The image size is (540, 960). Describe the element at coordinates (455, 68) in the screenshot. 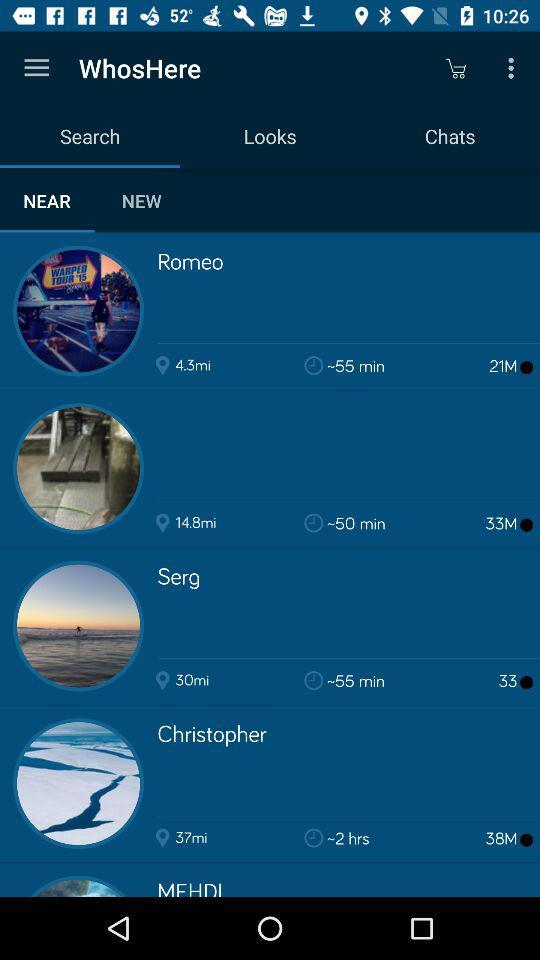

I see `item to the right of the looks icon` at that location.